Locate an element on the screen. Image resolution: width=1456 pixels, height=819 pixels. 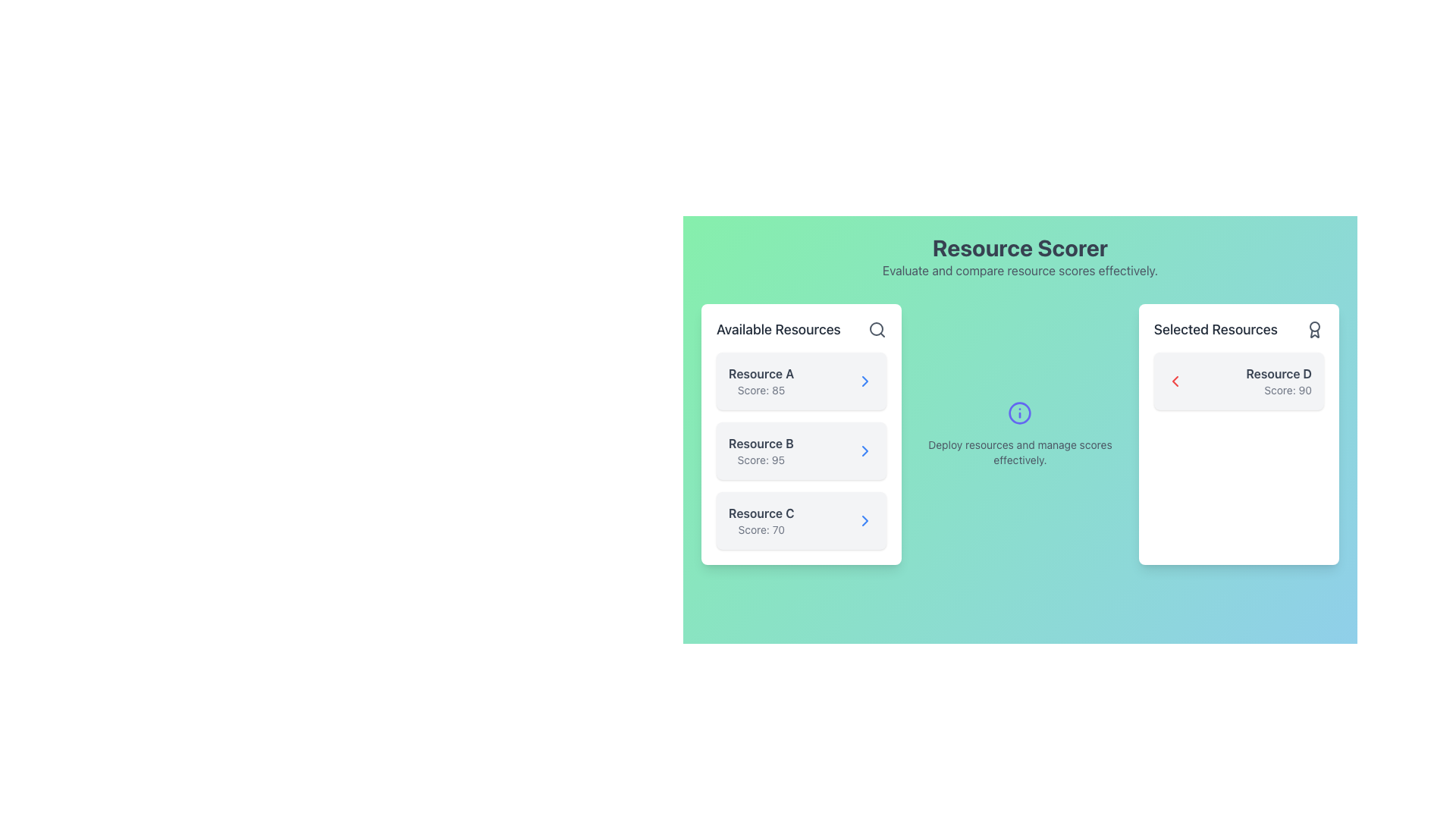
score displayed in the text label for 'Resource D', which is located below the title text in the 'Selected Resources' section is located at coordinates (1278, 390).